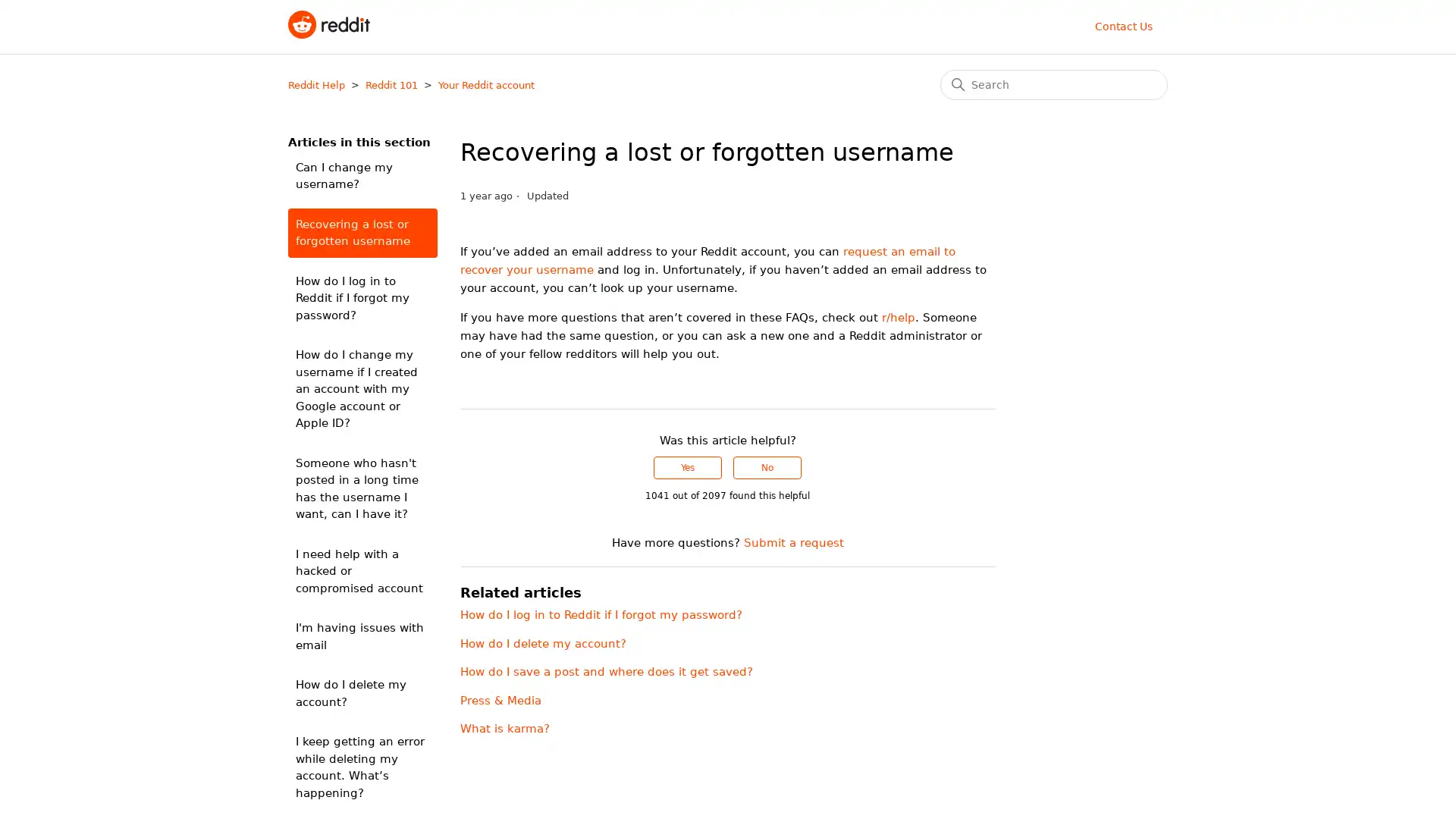 Image resolution: width=1456 pixels, height=819 pixels. What do you see at coordinates (767, 467) in the screenshot?
I see `This article was not helpful` at bounding box center [767, 467].